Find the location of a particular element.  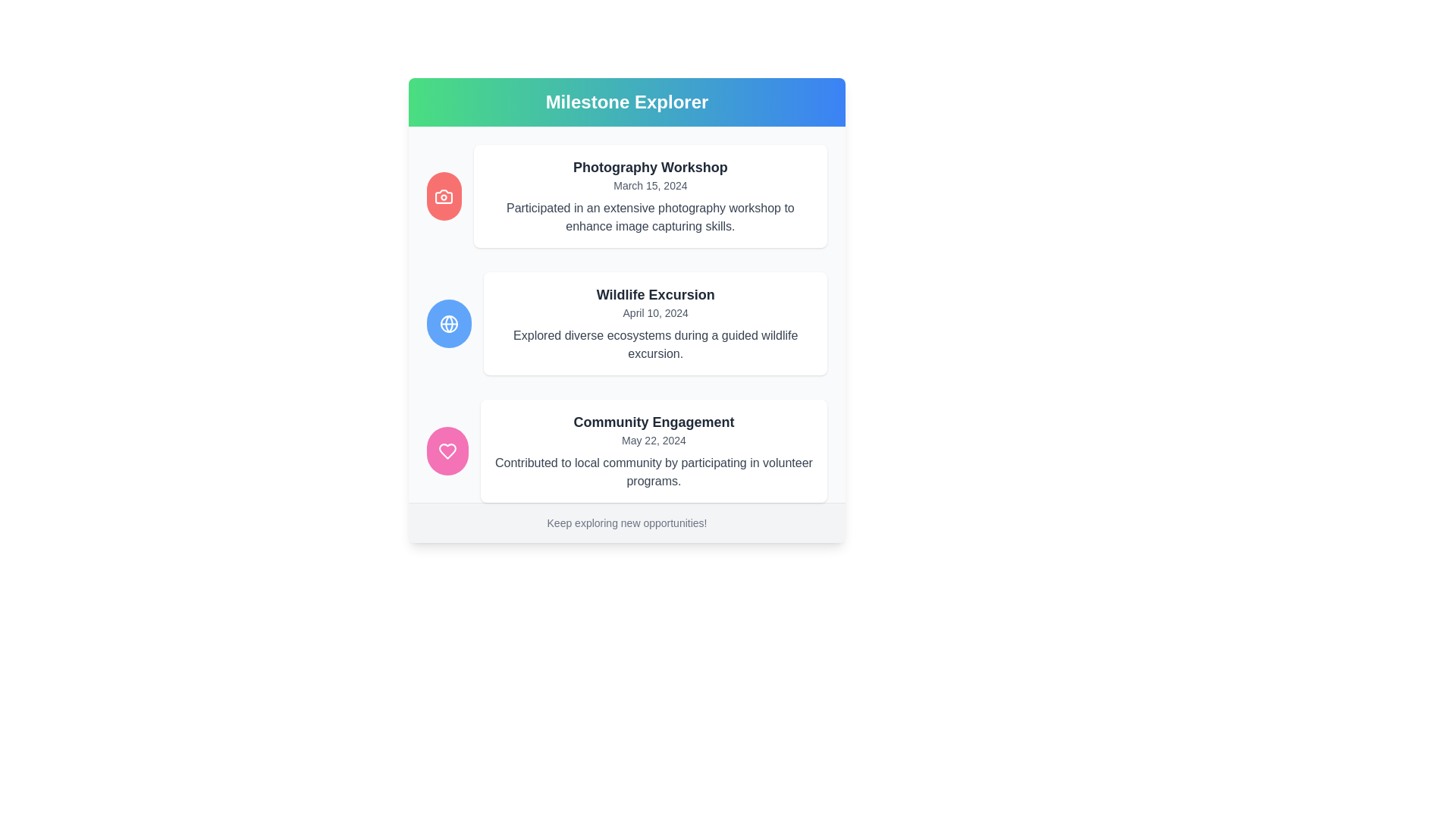

the main heading text label, which is centered horizontally within the colored horizontal bar at the top of the interface is located at coordinates (626, 102).